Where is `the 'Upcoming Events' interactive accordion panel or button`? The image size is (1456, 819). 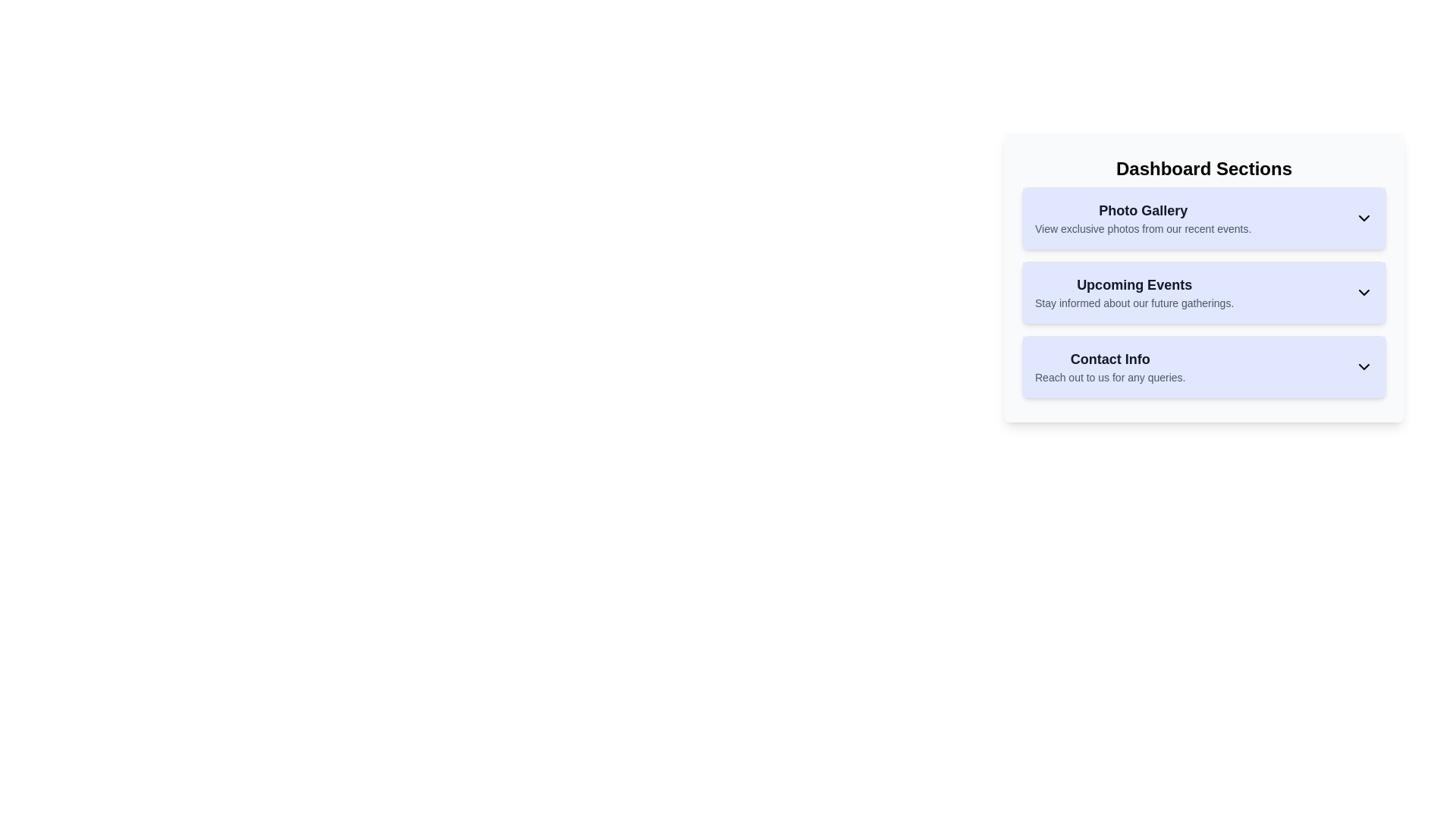
the 'Upcoming Events' interactive accordion panel or button is located at coordinates (1203, 292).